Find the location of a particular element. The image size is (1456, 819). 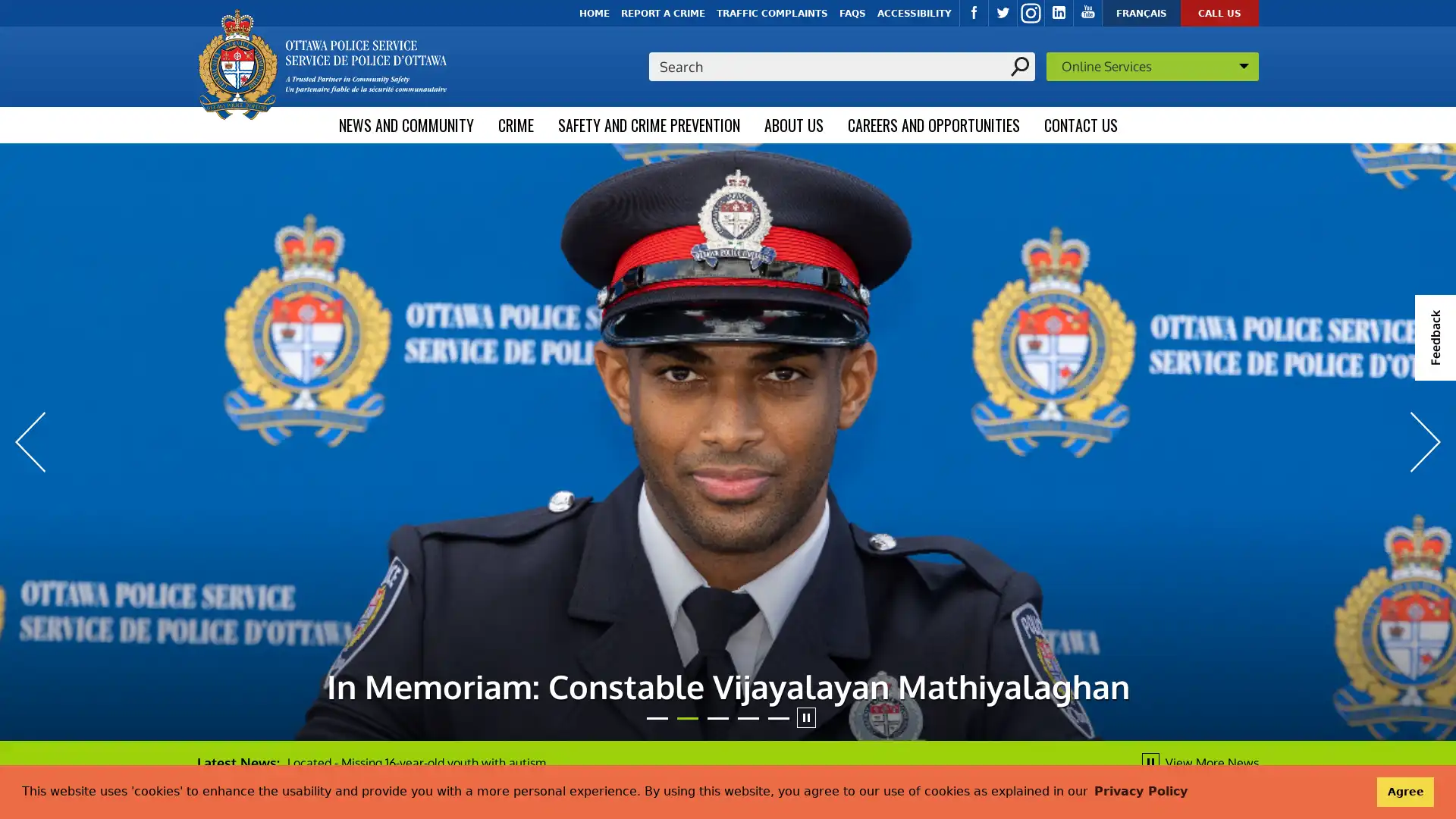

dismiss cookie message is located at coordinates (1404, 791).